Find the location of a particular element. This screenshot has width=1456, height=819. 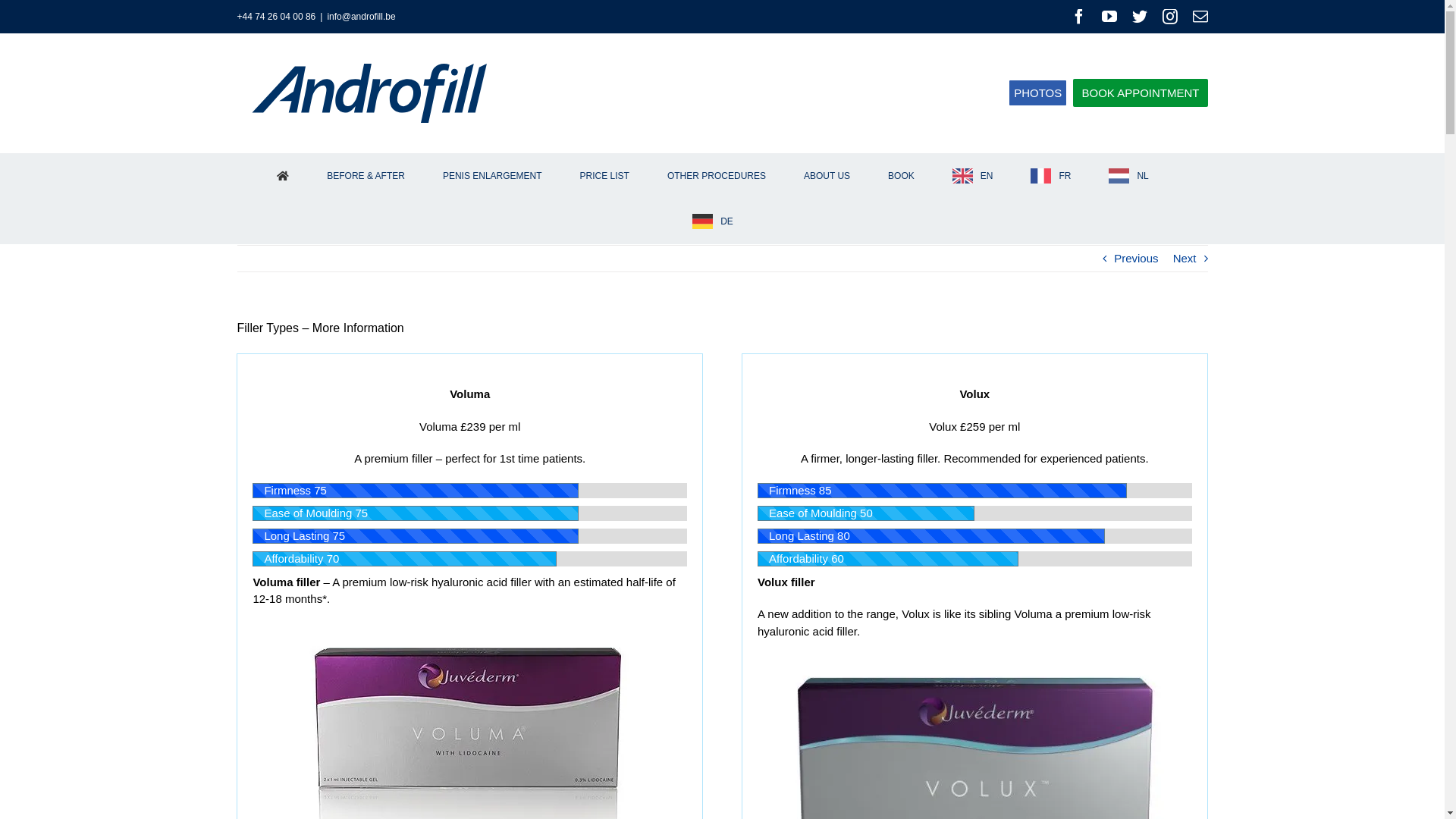

'Instagram' is located at coordinates (1168, 17).